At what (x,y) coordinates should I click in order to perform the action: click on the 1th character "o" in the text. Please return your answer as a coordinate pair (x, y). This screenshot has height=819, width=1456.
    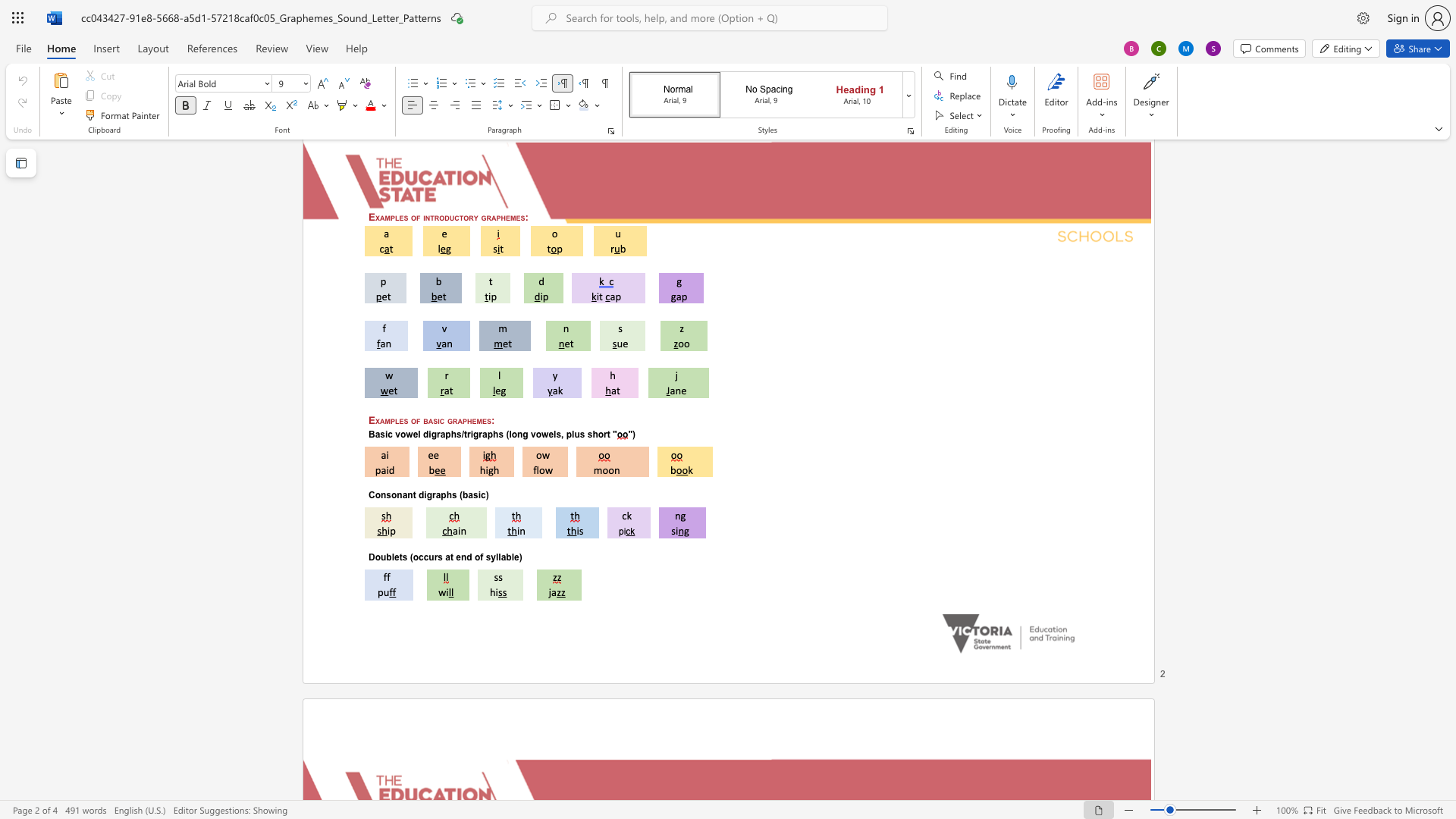
    Looking at the image, I should click on (378, 557).